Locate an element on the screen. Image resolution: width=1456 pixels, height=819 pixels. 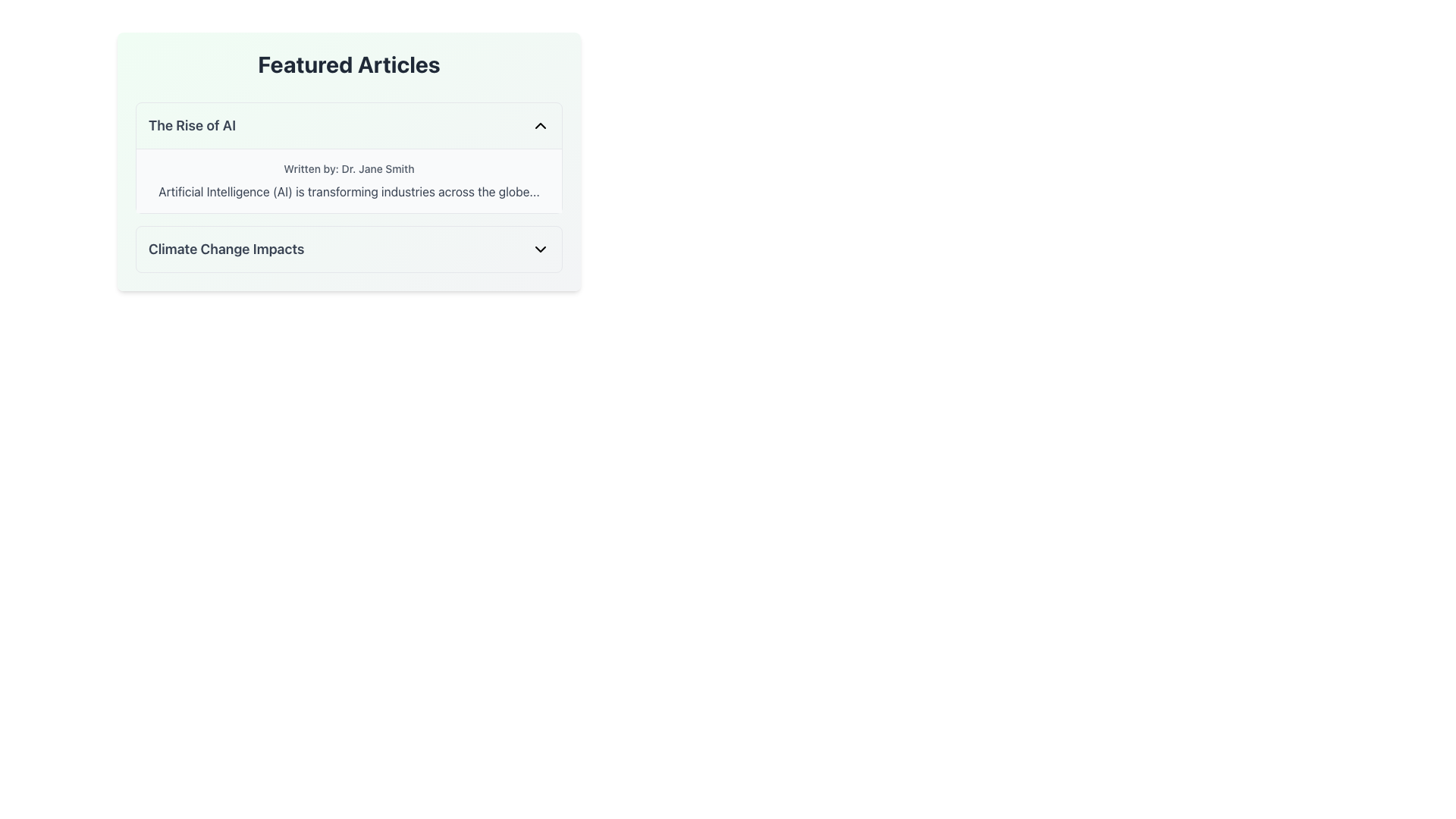
the text block containing the content 'Artificial Intelligence (AI) is transforming industries across the globe...' styled in gray color, located under the article title 'The Rise of AI' and the sub-section 'Written by: Dr. Jane Smith' is located at coordinates (348, 191).